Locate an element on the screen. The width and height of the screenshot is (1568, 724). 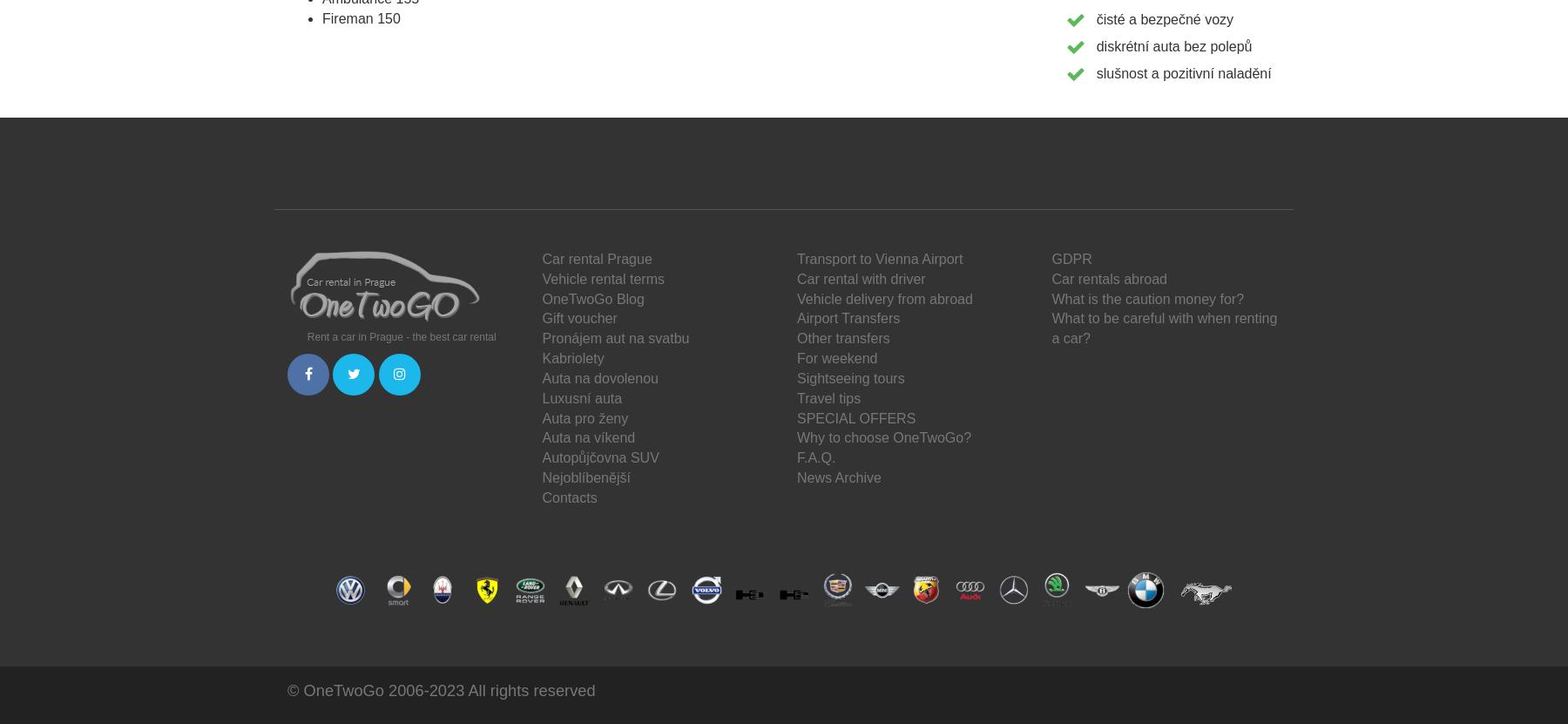
'Pronájem aut na svatbu' is located at coordinates (614, 338).